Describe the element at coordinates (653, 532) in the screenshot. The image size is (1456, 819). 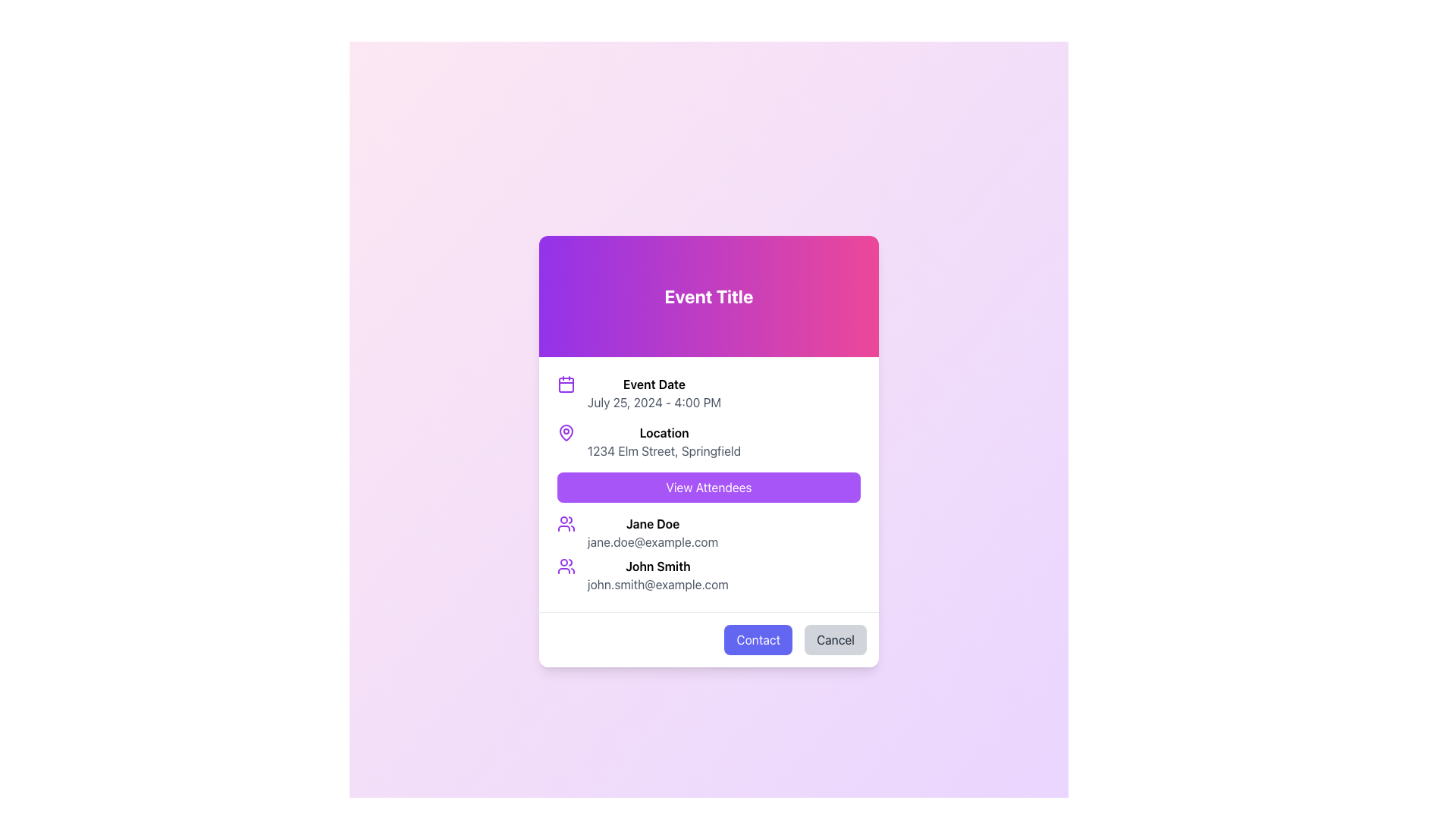
I see `the Text block containing contact information (name and email) located in the middle area of the dialog, positioned as the first item after the 'View Attendees' button` at that location.